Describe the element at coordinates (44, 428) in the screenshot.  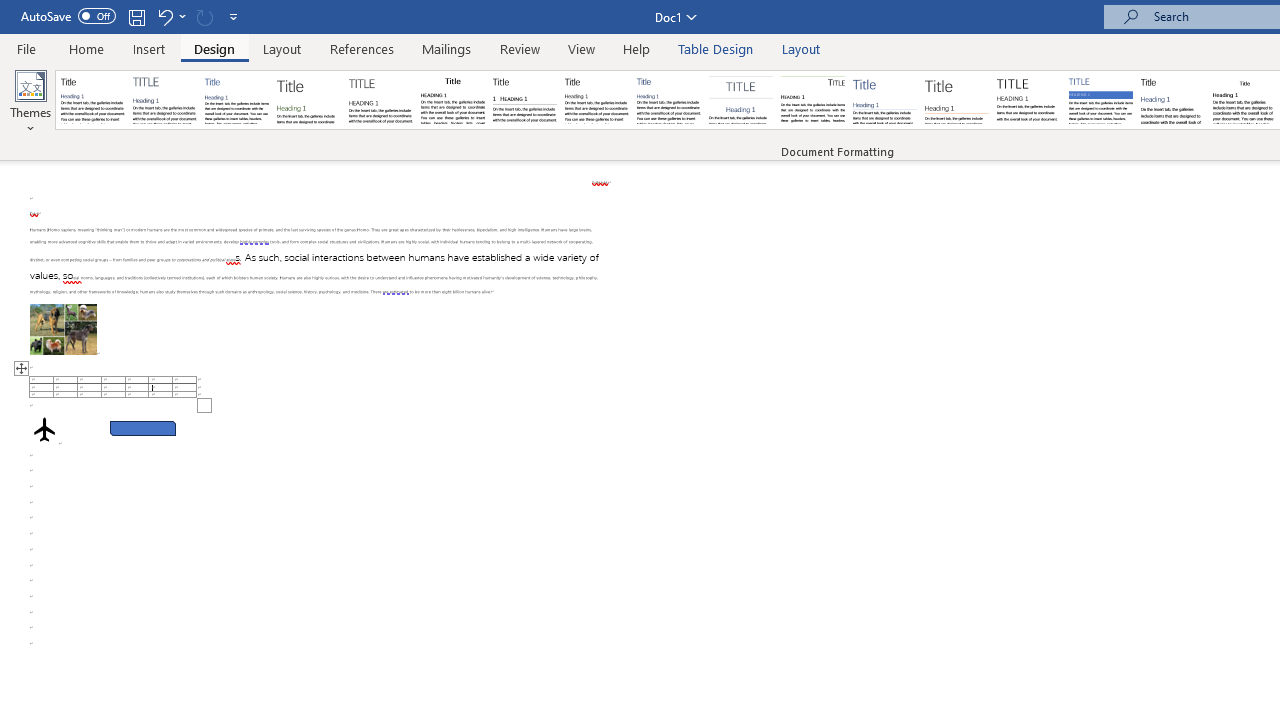
I see `'Airplane with solid fill'` at that location.